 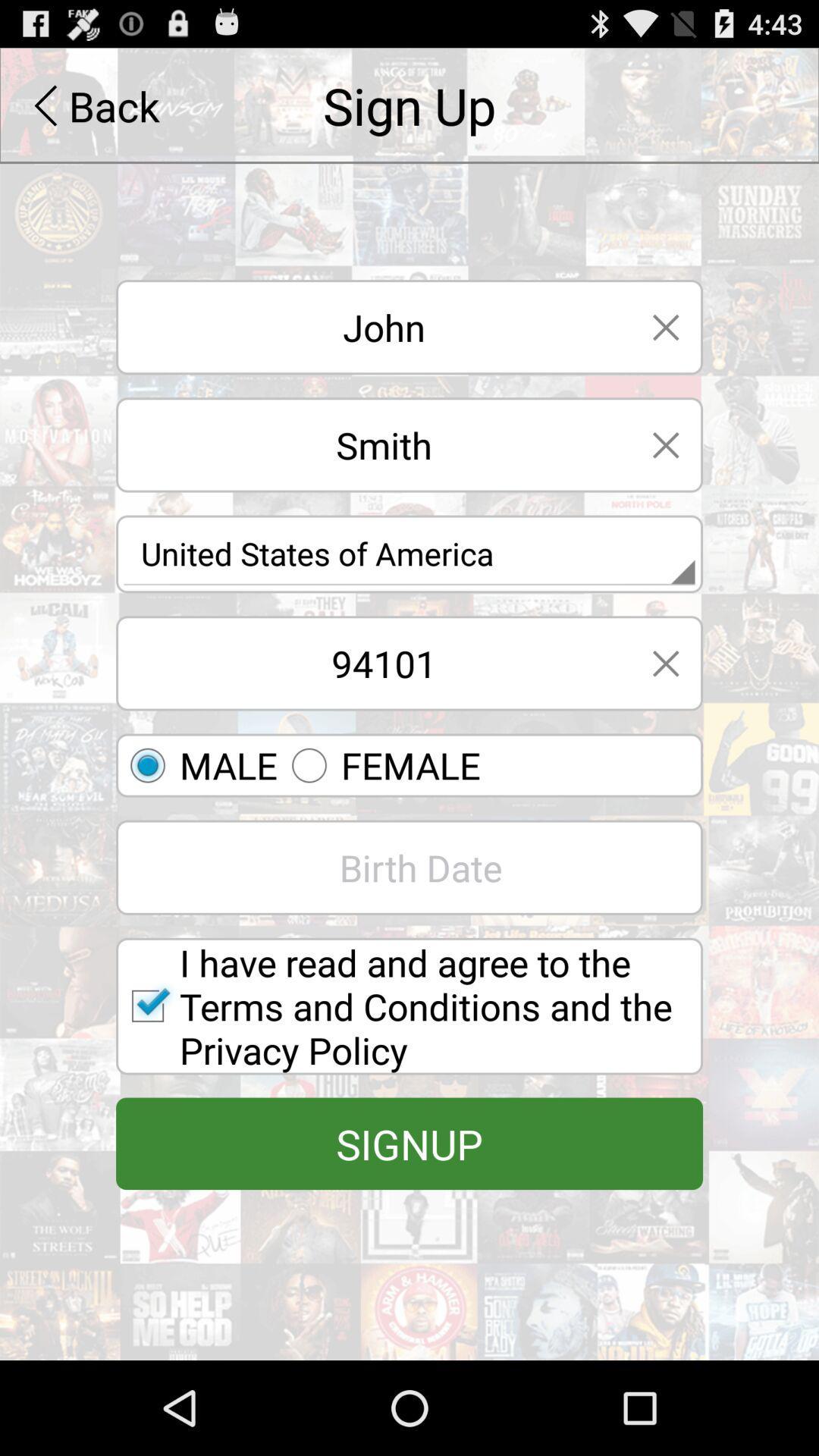 What do you see at coordinates (665, 663) in the screenshot?
I see `a  x  which is after 94101 on a page` at bounding box center [665, 663].